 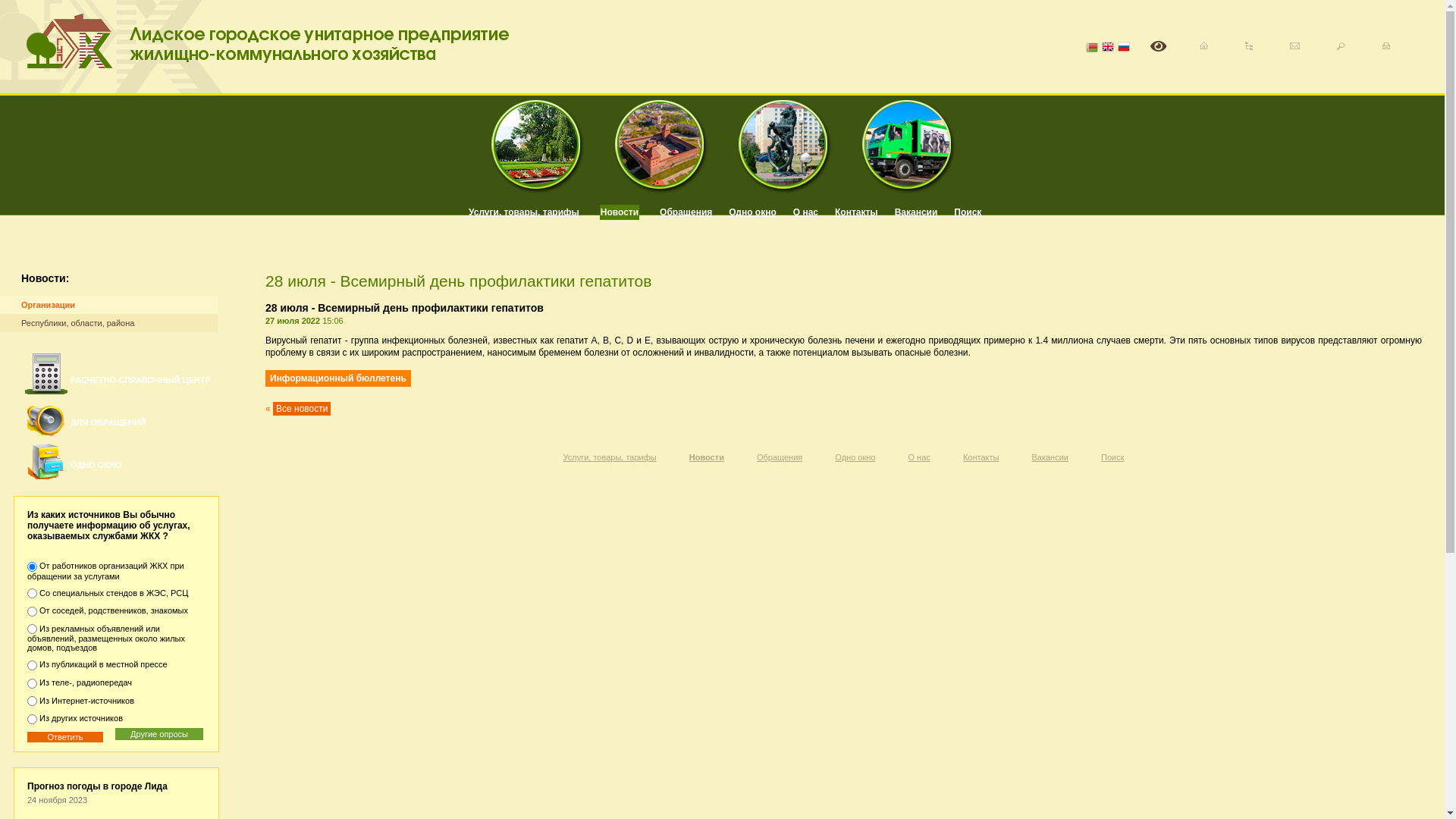 What do you see at coordinates (1124, 47) in the screenshot?
I see `'Russian'` at bounding box center [1124, 47].